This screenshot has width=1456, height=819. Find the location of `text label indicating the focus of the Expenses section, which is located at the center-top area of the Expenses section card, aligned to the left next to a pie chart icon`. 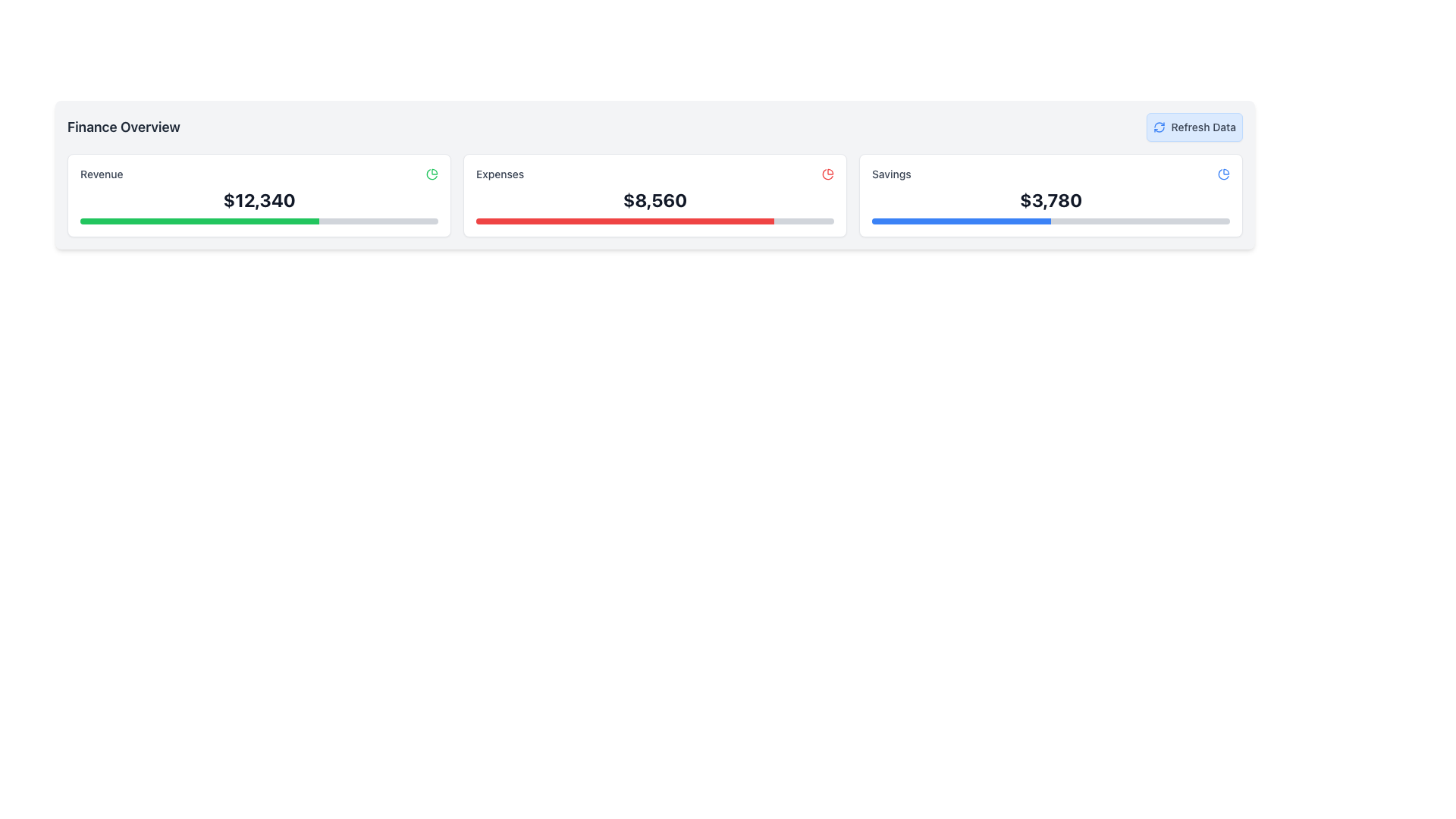

text label indicating the focus of the Expenses section, which is located at the center-top area of the Expenses section card, aligned to the left next to a pie chart icon is located at coordinates (500, 174).